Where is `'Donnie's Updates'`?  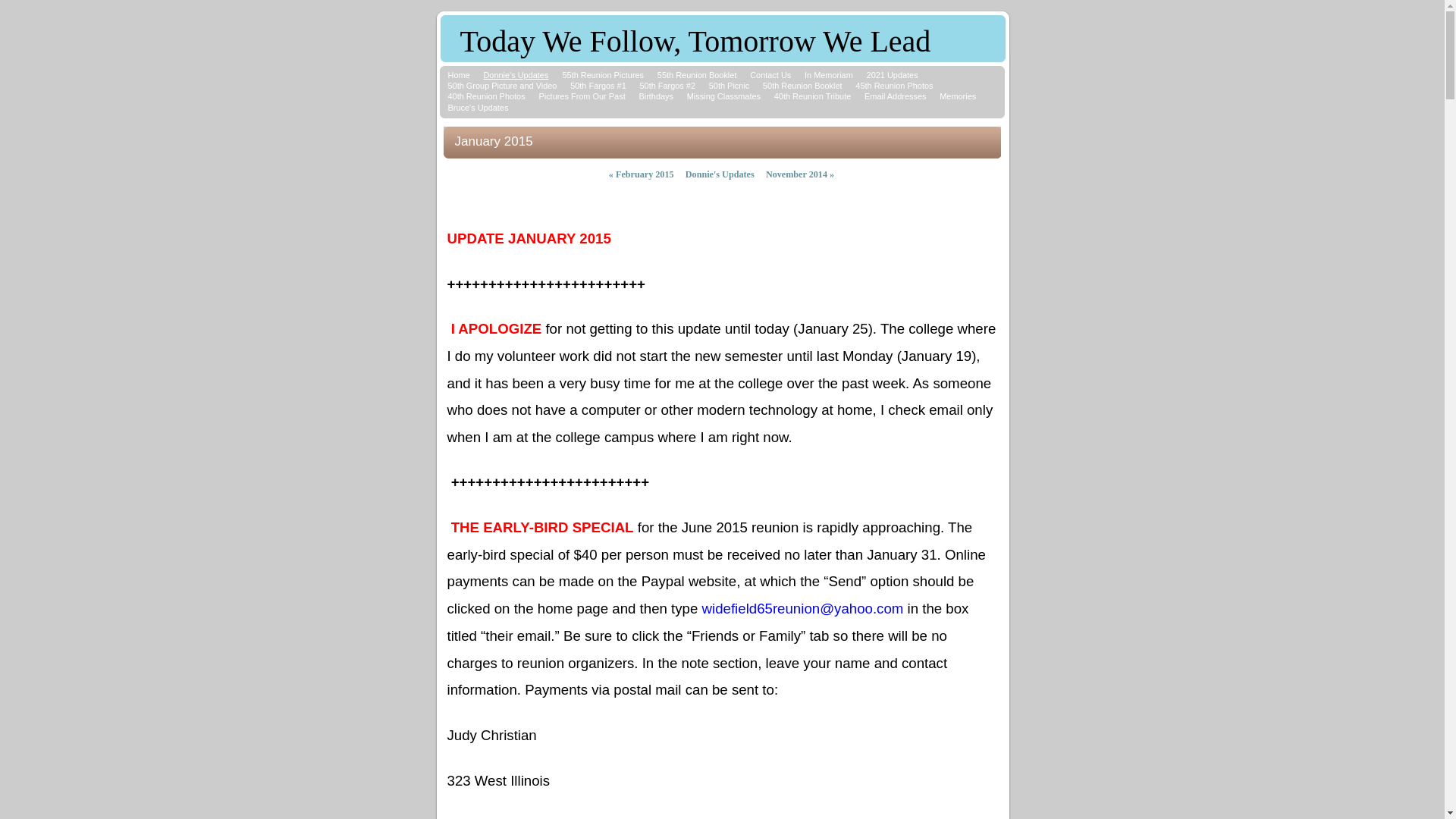 'Donnie's Updates' is located at coordinates (516, 75).